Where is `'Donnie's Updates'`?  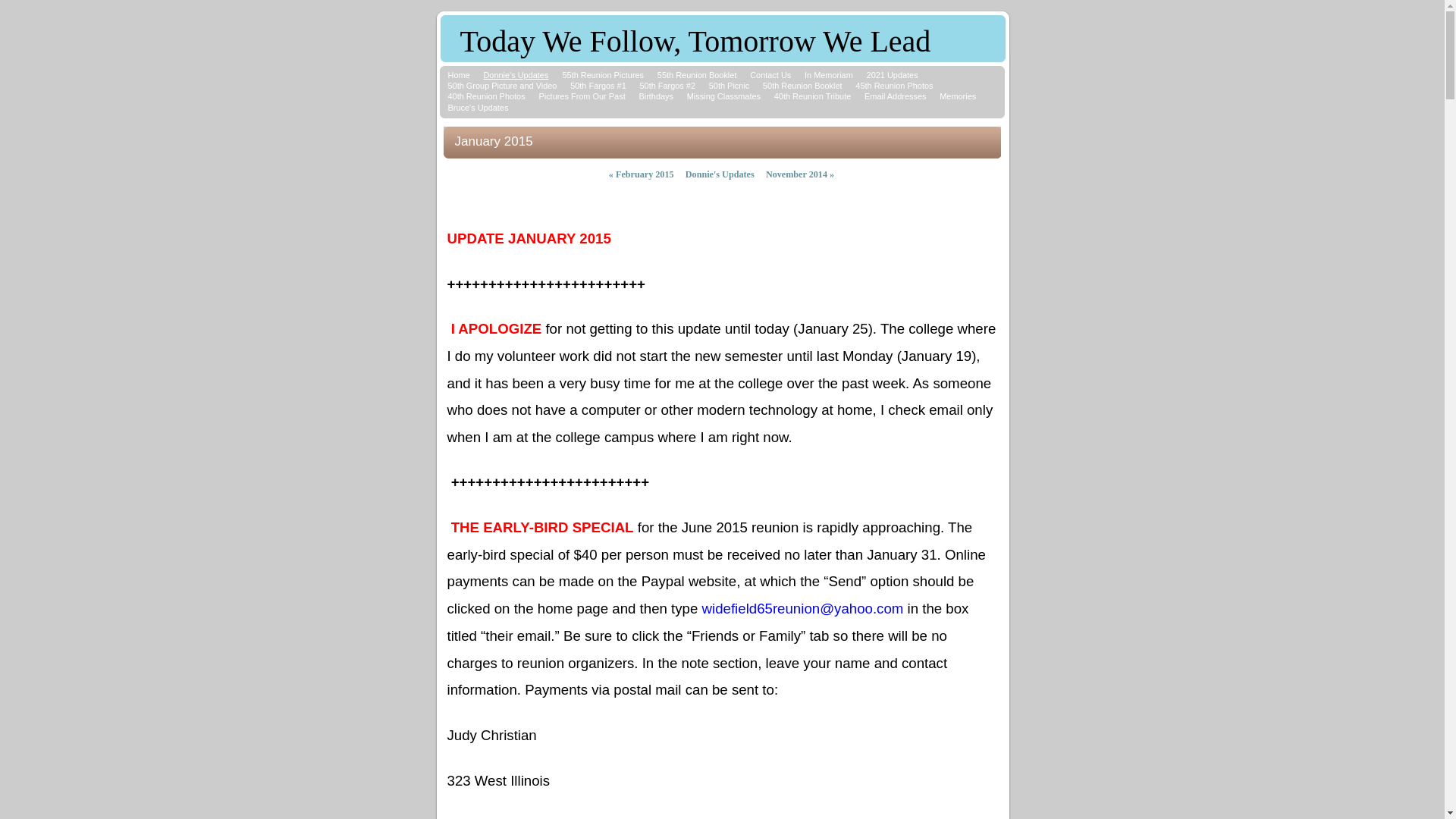 'Donnie's Updates' is located at coordinates (516, 75).